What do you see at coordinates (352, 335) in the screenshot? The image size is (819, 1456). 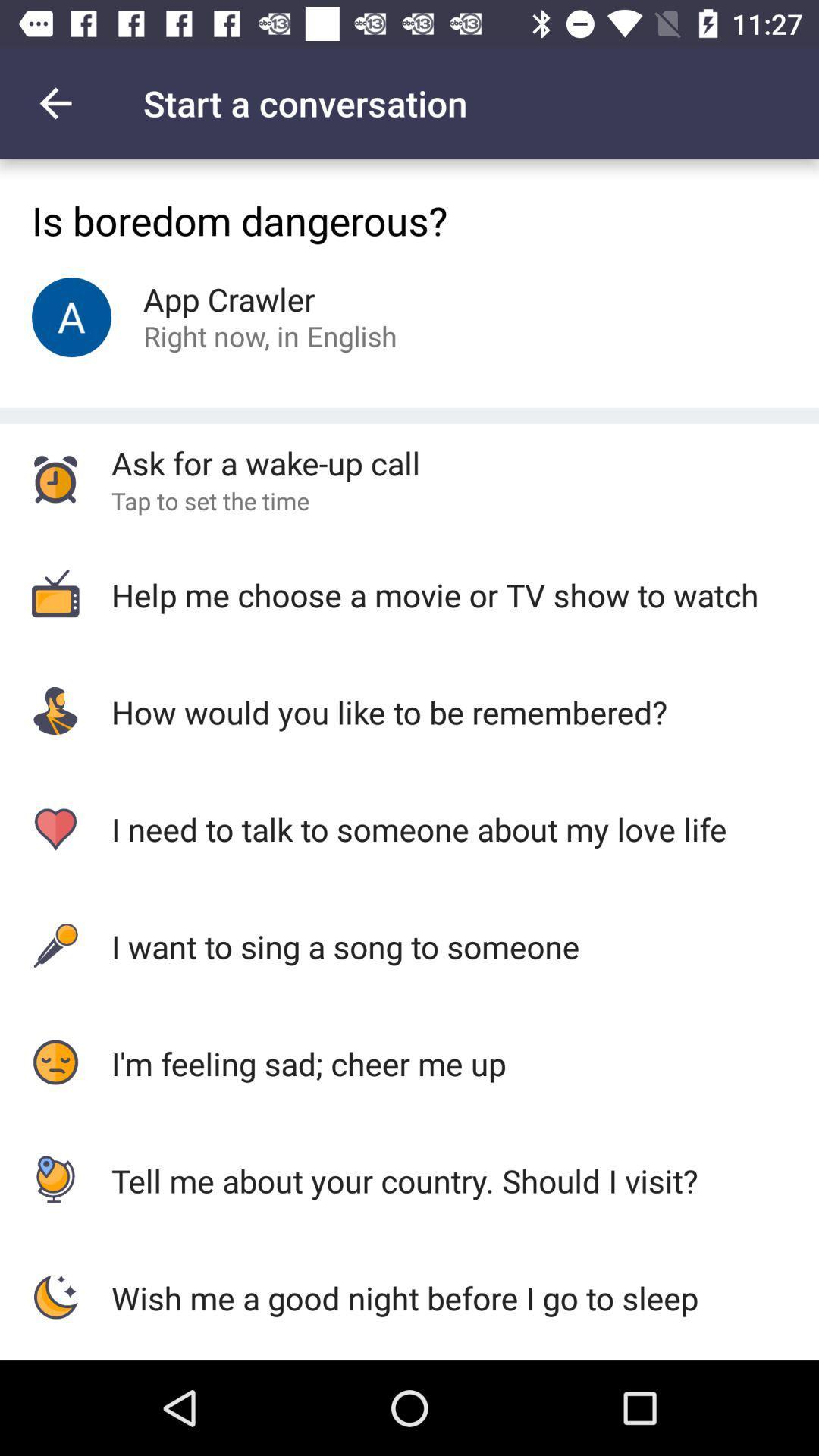 I see `item next to right now, in icon` at bounding box center [352, 335].